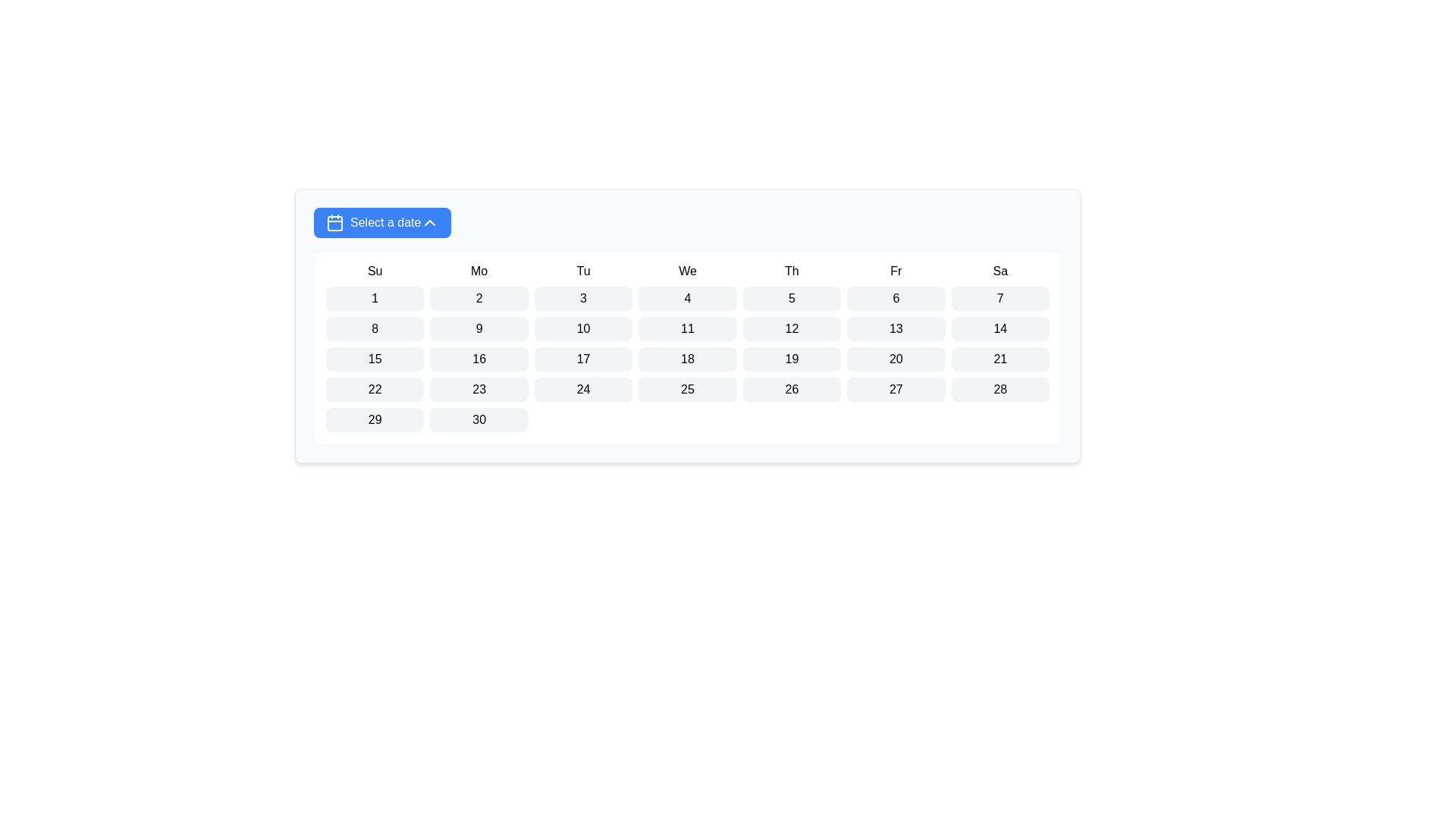 This screenshot has width=1456, height=819. I want to click on the text label identifying 'Saturday' in the weekly calendar view, which is located in the seventh column of the grid layout, so click(1000, 271).